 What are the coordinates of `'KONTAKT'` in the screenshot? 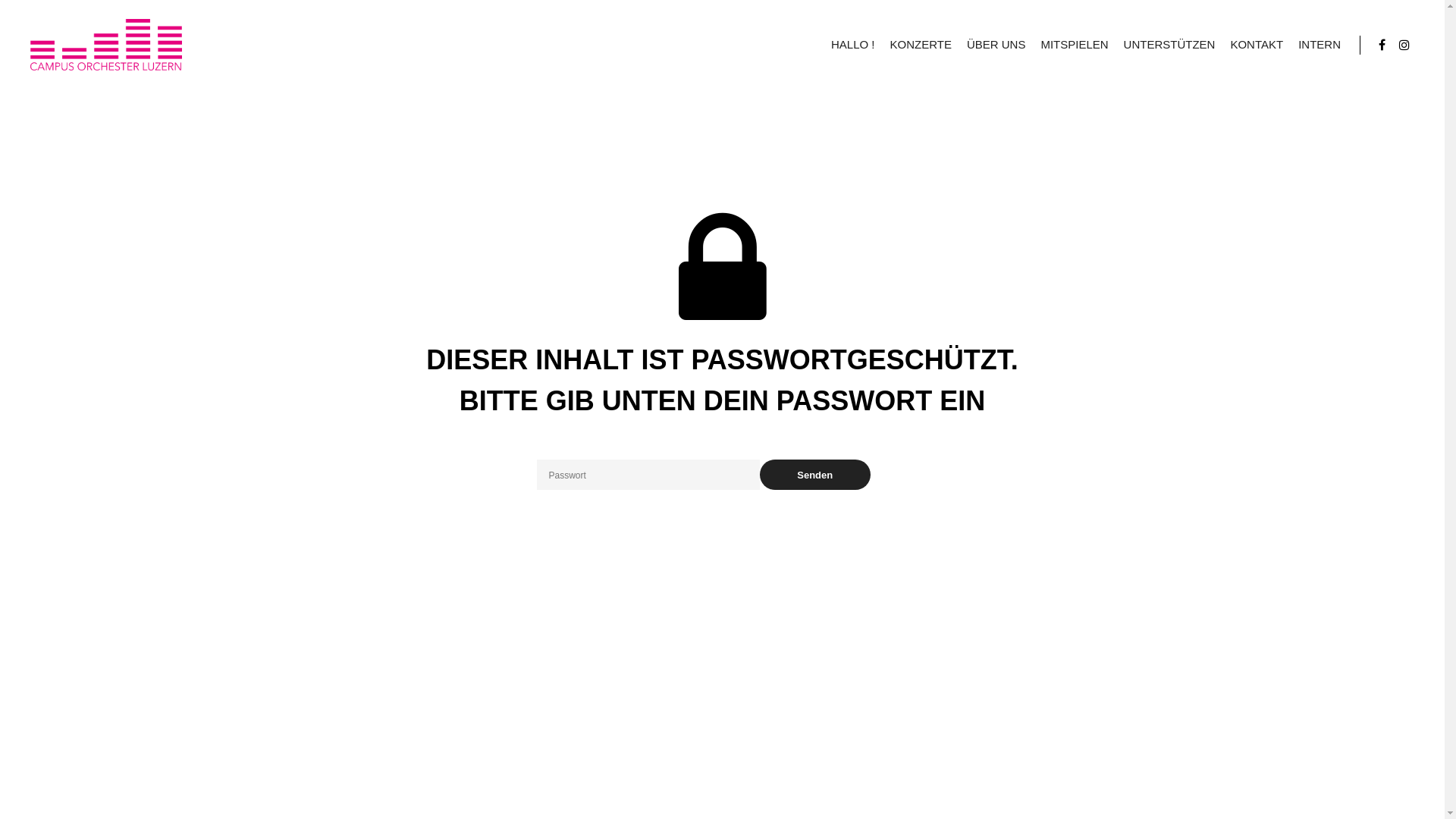 It's located at (1256, 43).